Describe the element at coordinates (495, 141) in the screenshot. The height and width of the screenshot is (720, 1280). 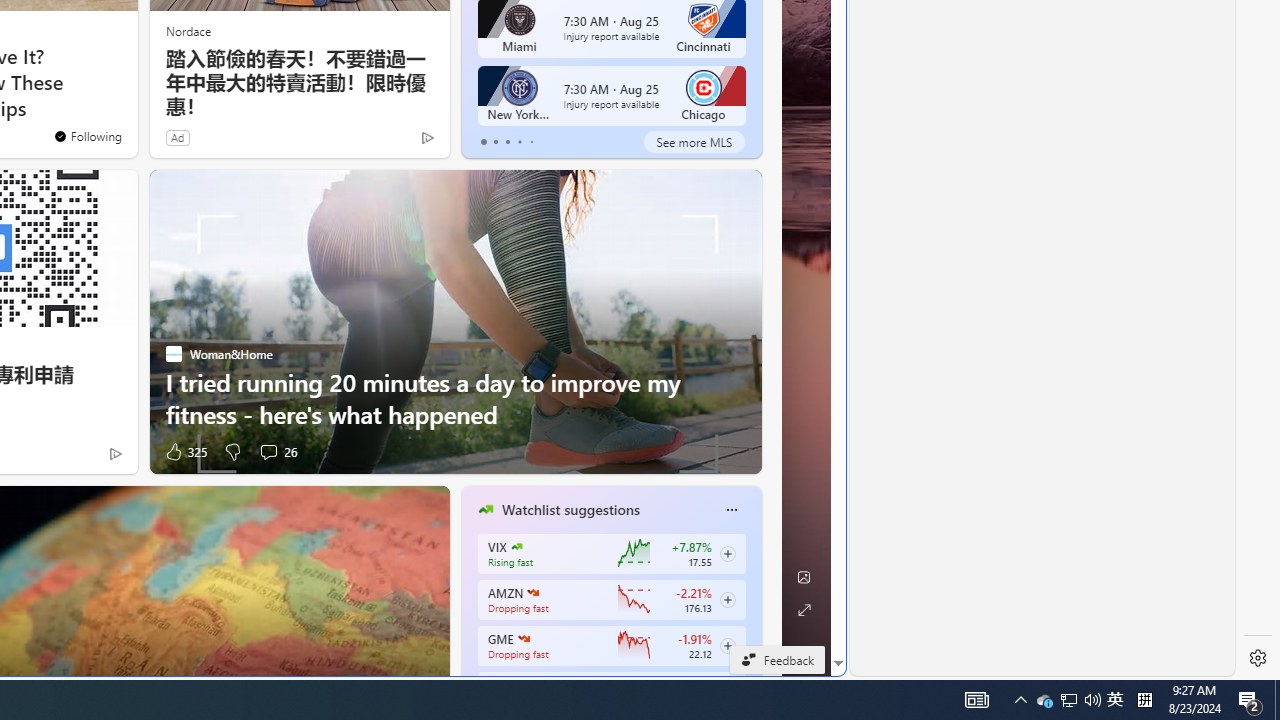
I see `'tab-1'` at that location.